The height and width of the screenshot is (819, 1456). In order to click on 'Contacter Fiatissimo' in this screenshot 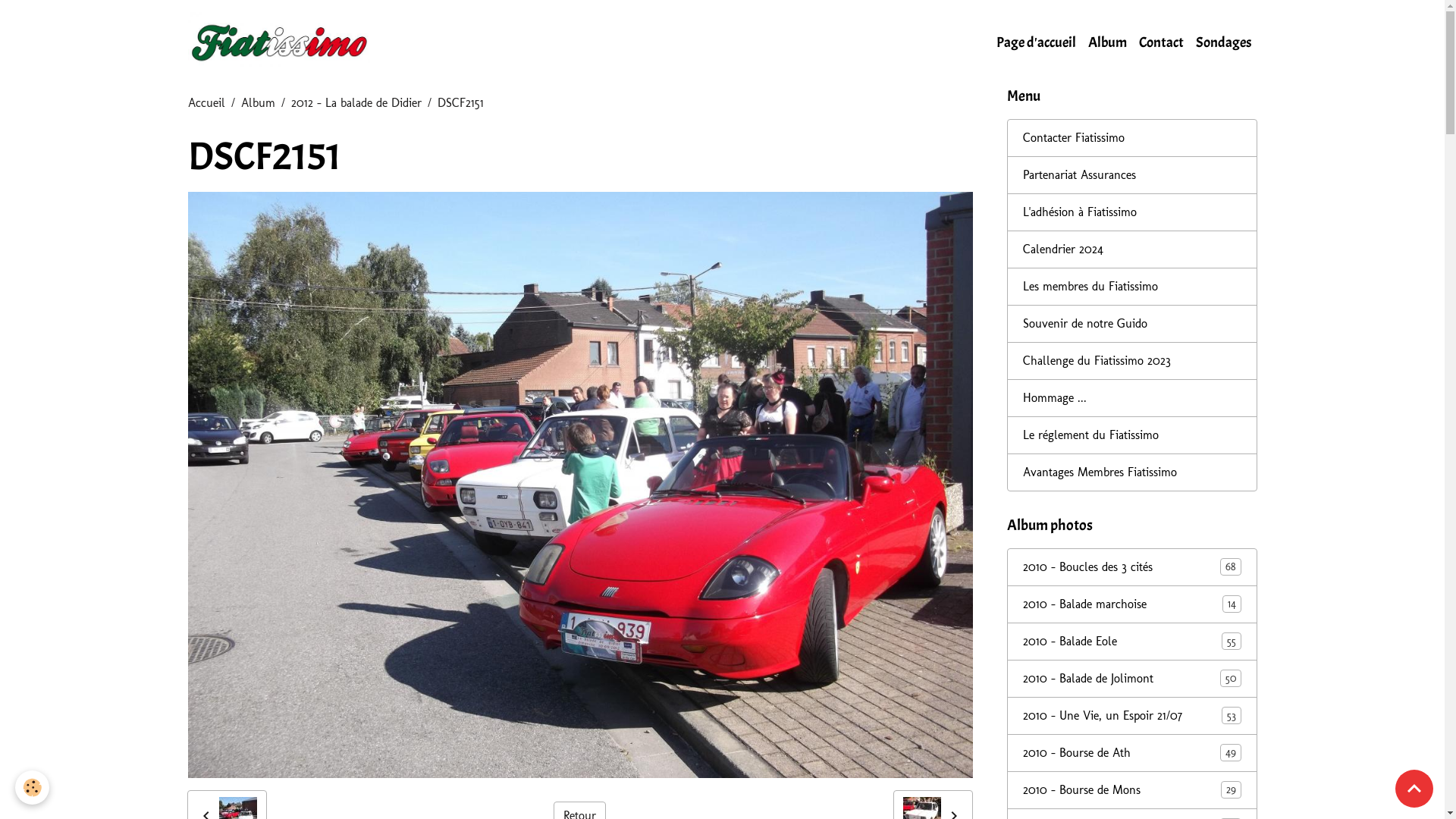, I will do `click(1131, 137)`.